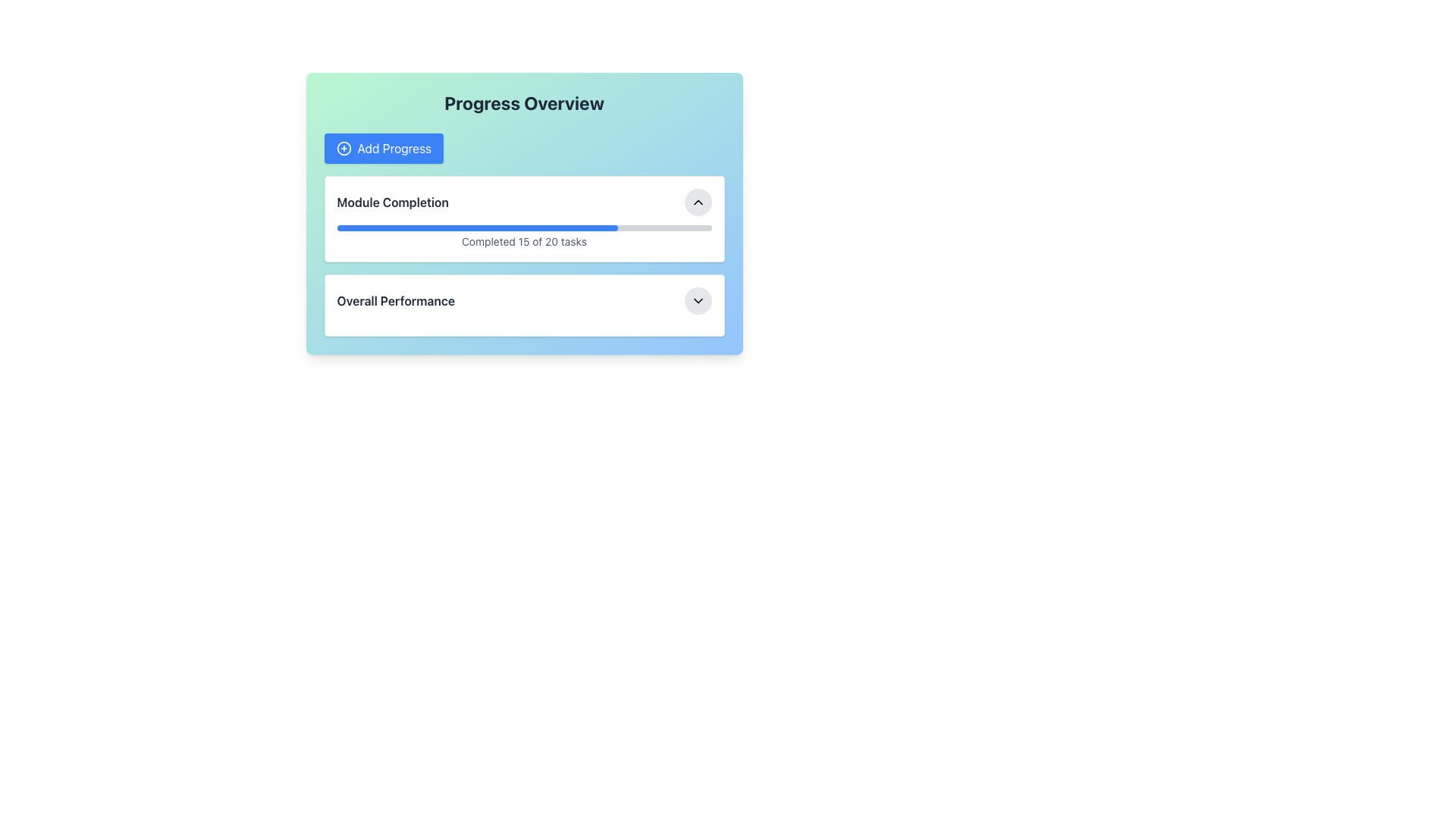 Image resolution: width=1456 pixels, height=819 pixels. Describe the element at coordinates (524, 227) in the screenshot. I see `the progress represented by the horizontal progress bar located within the 'Module Completion' panel, above the text 'Completed 15 of 20 tasks'` at that location.